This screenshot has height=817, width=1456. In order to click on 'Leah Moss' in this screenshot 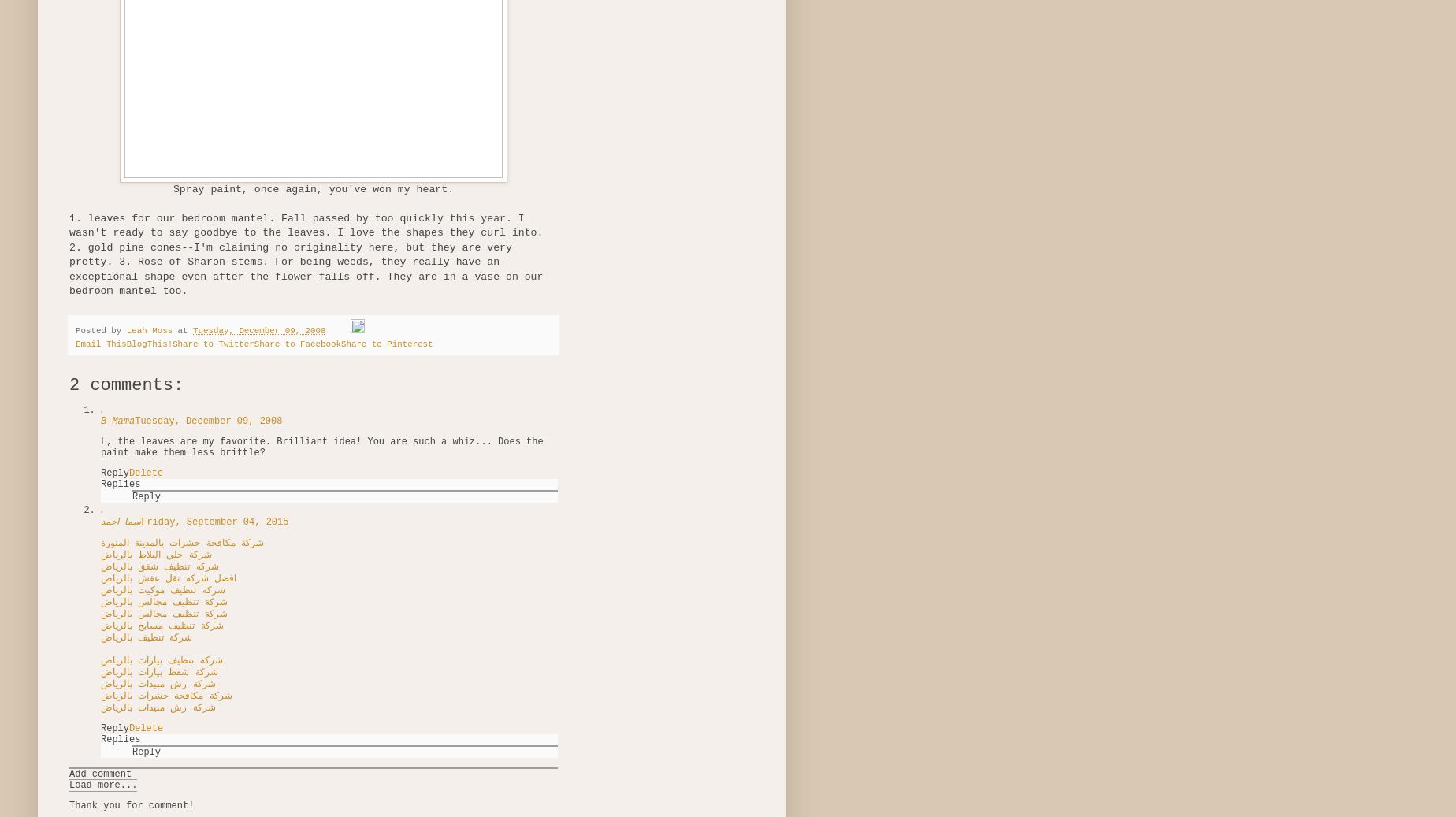, I will do `click(149, 329)`.